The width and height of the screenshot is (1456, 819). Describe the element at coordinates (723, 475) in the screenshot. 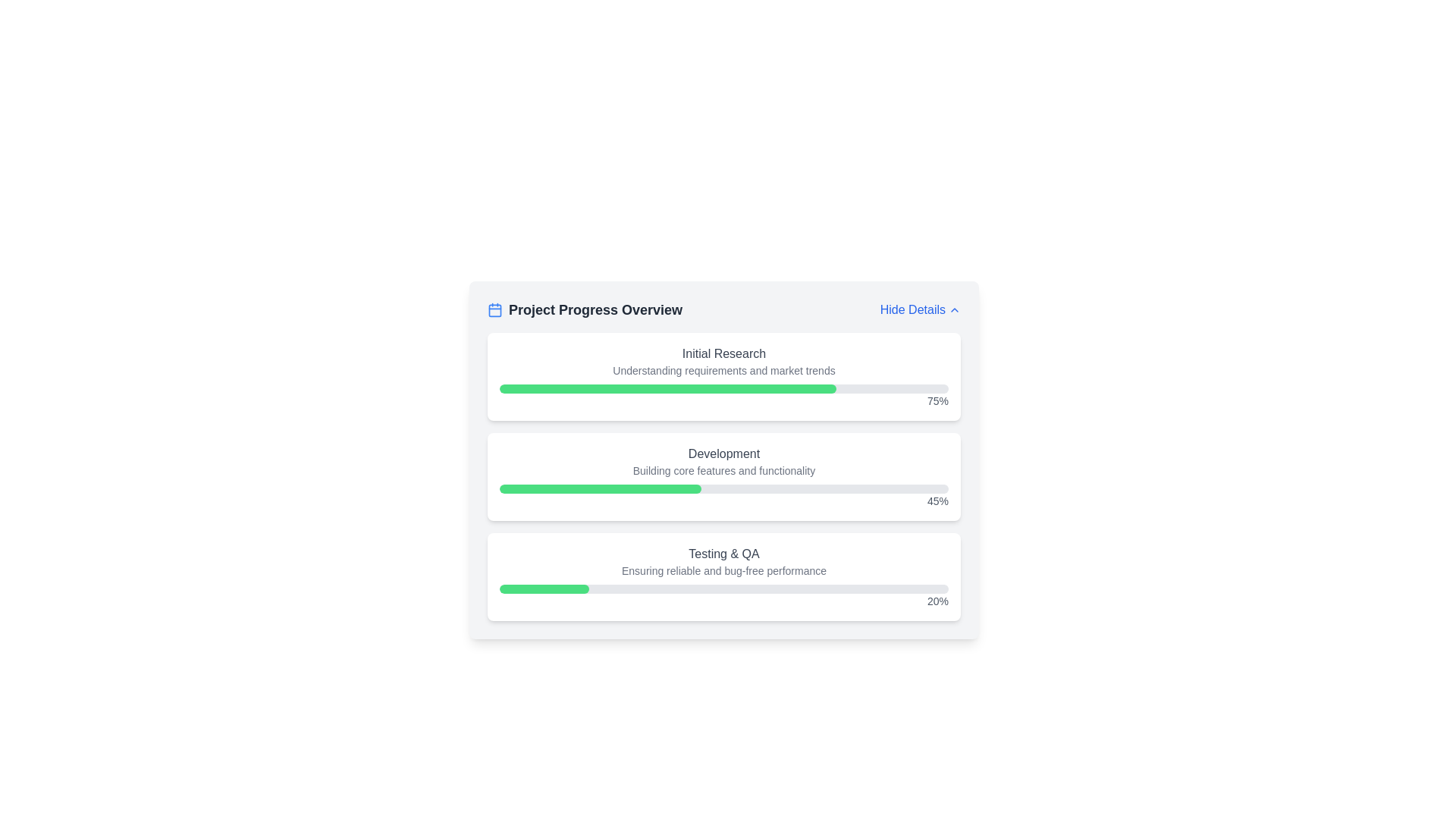

I see `the grouped progress display element located centrally within the 'Project Progress Overview' section to interact with adjacent elements for navigation` at that location.